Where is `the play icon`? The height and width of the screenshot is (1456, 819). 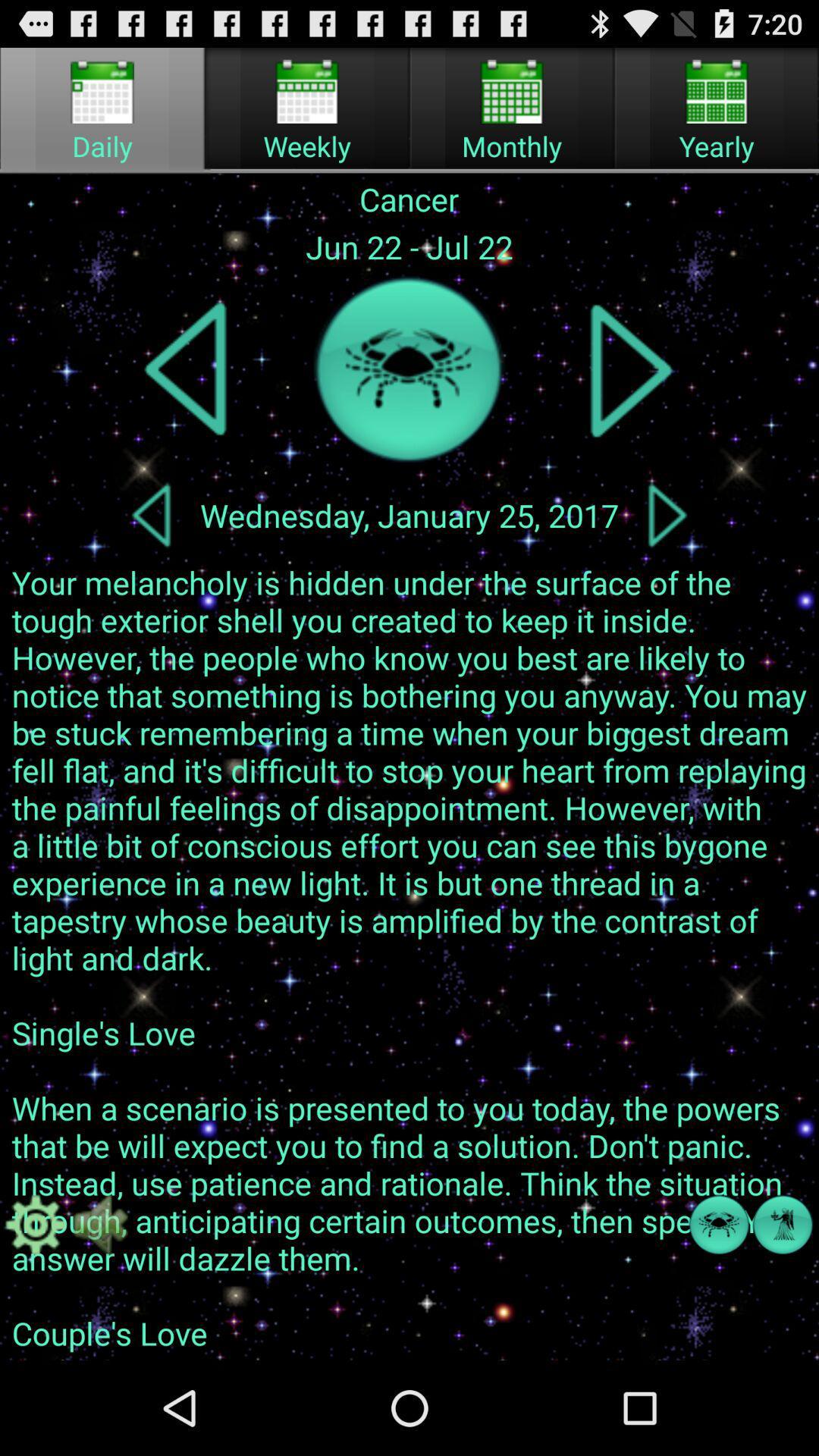 the play icon is located at coordinates (667, 550).